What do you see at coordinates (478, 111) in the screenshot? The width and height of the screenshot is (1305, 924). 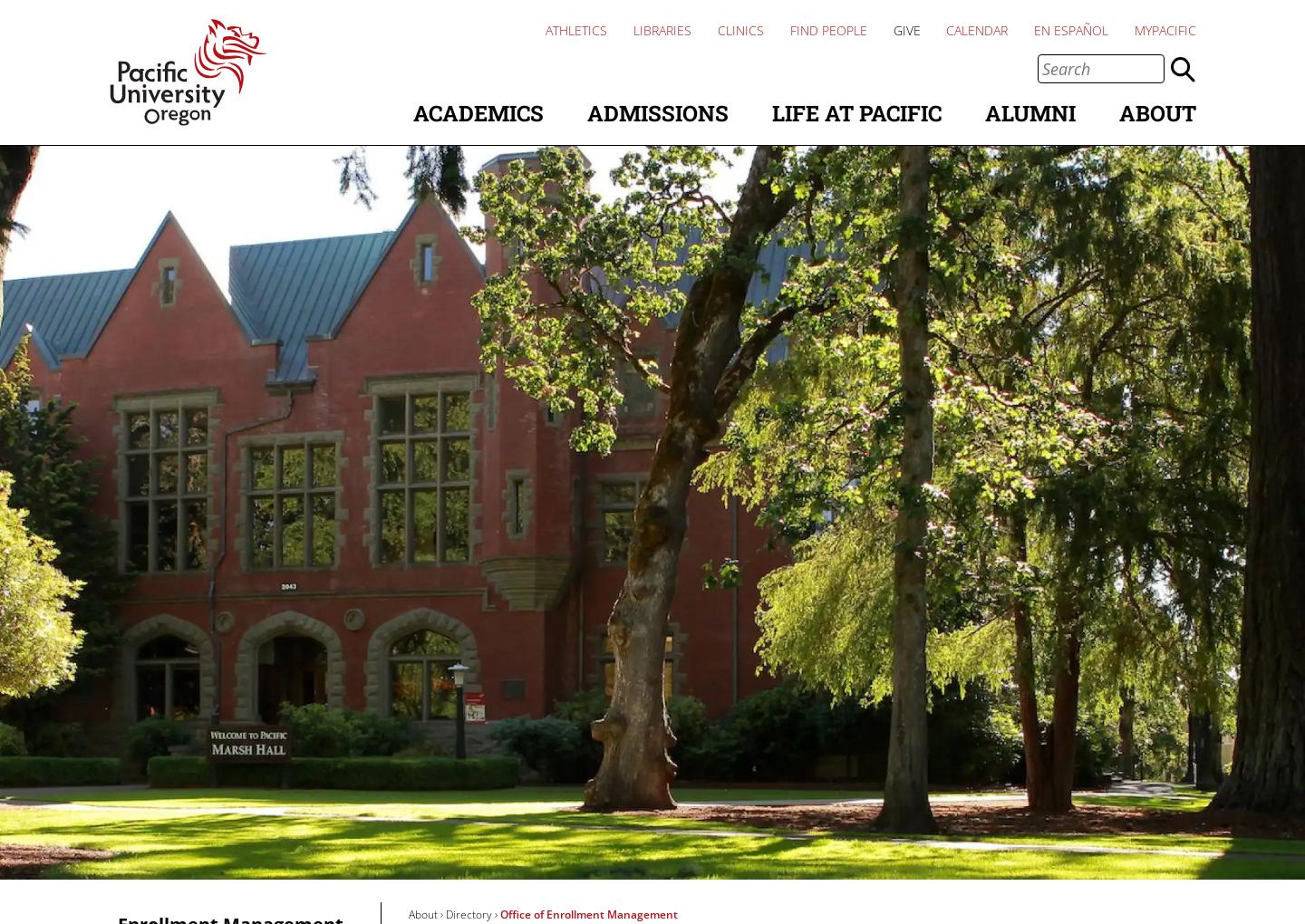 I see `'Academics'` at bounding box center [478, 111].